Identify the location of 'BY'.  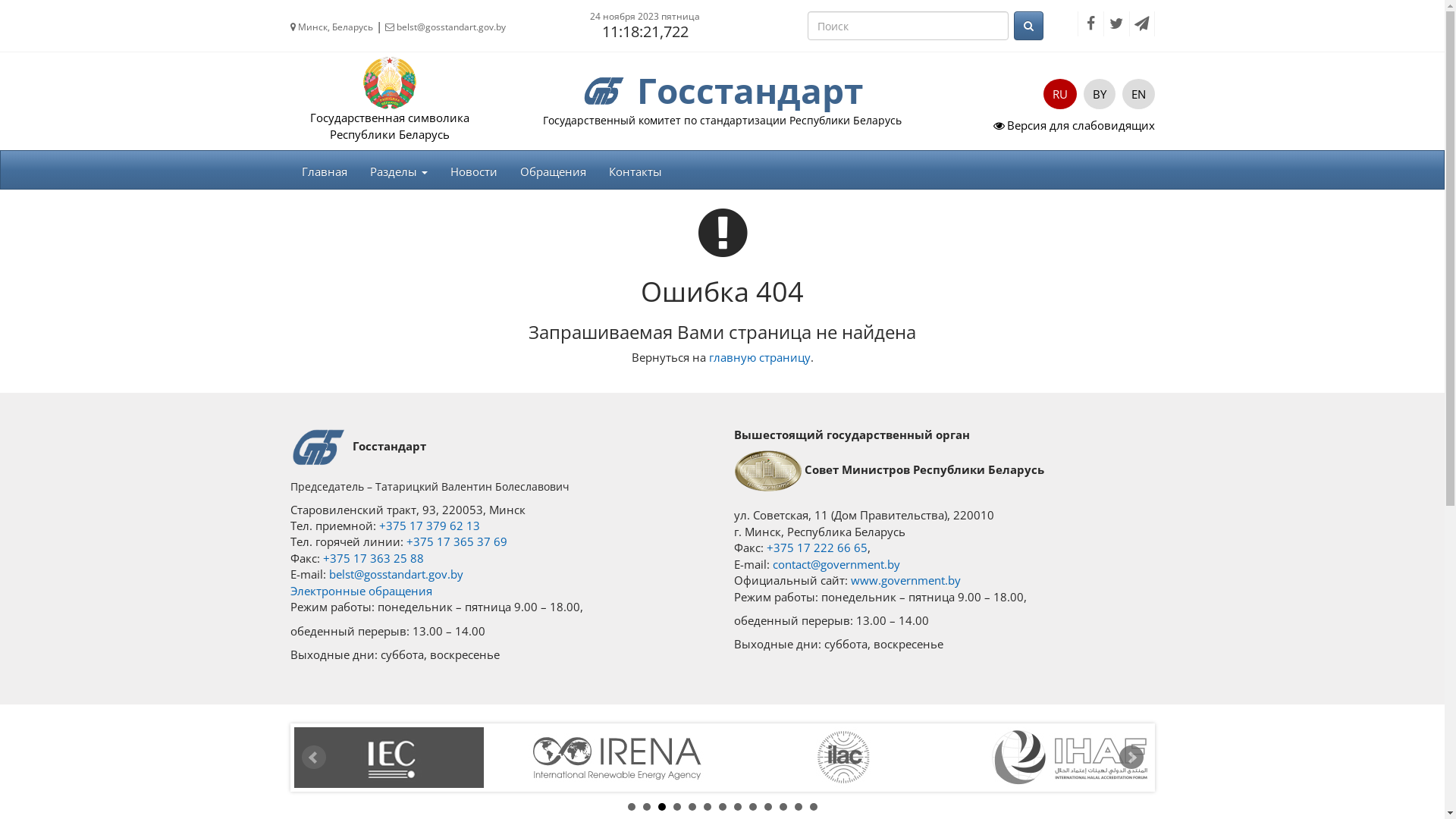
(1099, 93).